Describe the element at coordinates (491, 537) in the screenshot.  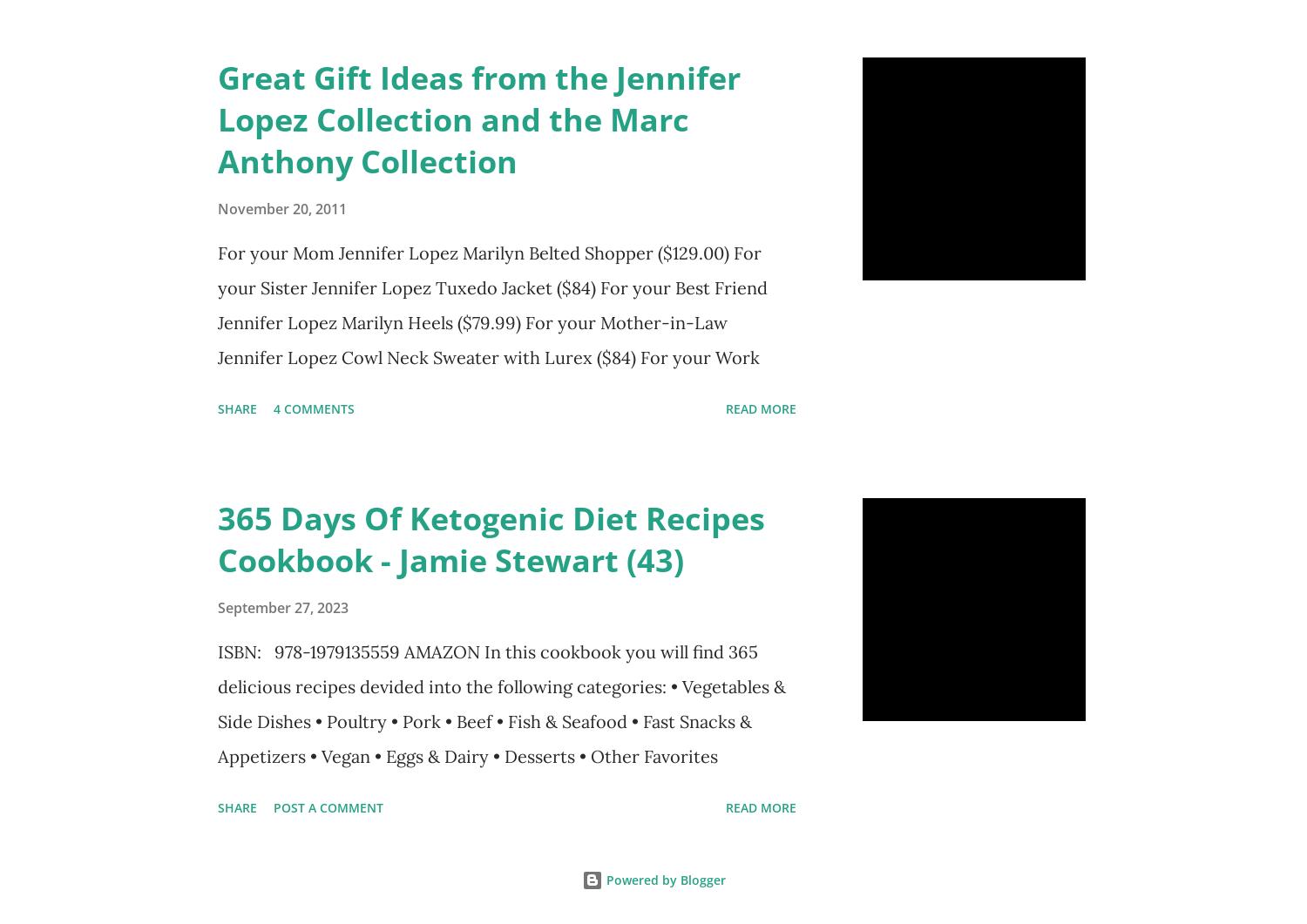
I see `'365 Days Of Ketogenic Diet Recipes Cookbook - Jamie Stewart (43)'` at that location.